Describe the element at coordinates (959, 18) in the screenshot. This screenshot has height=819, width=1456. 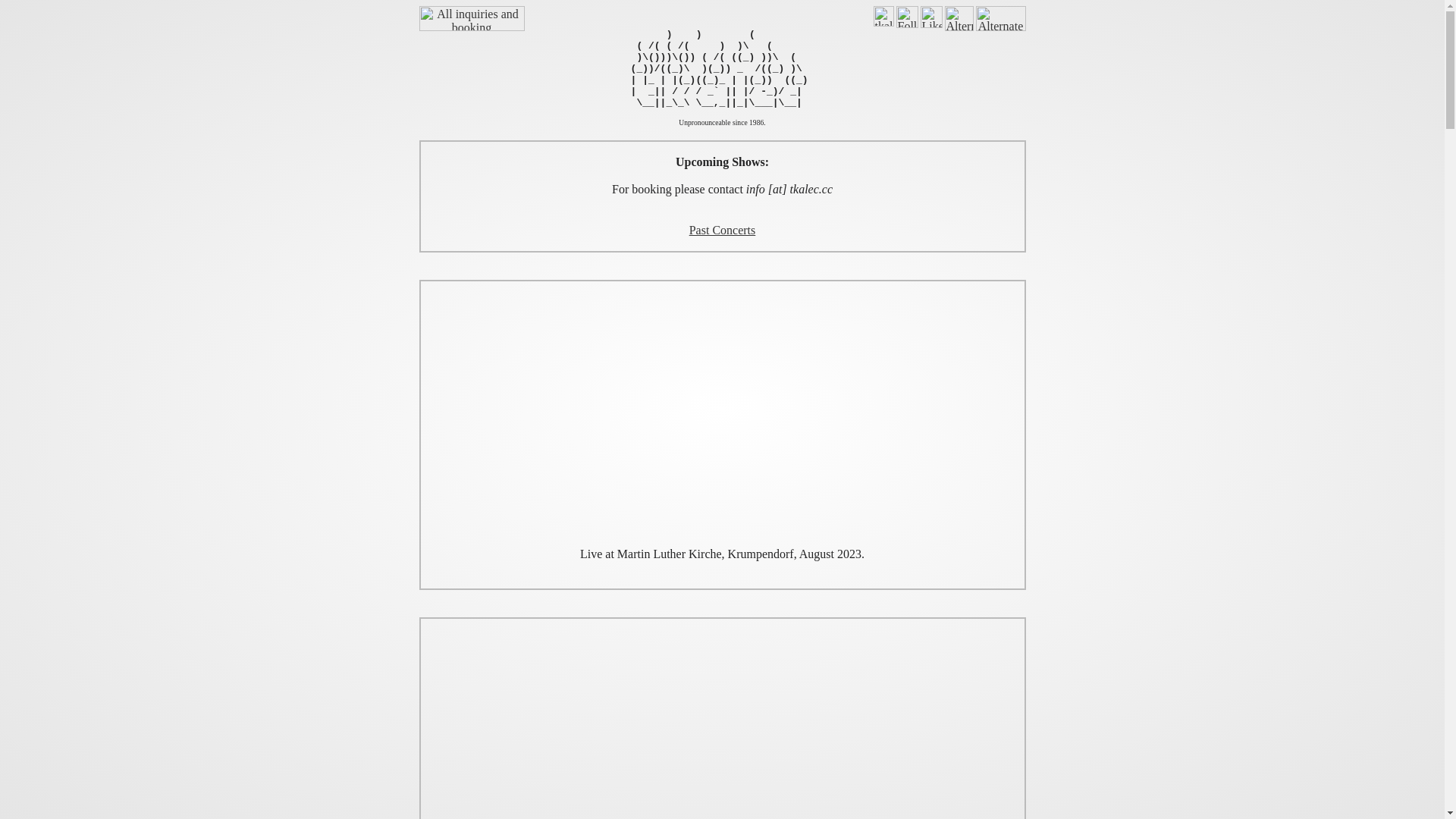
I see `'Alternate Audio - Quality wayward music'` at that location.